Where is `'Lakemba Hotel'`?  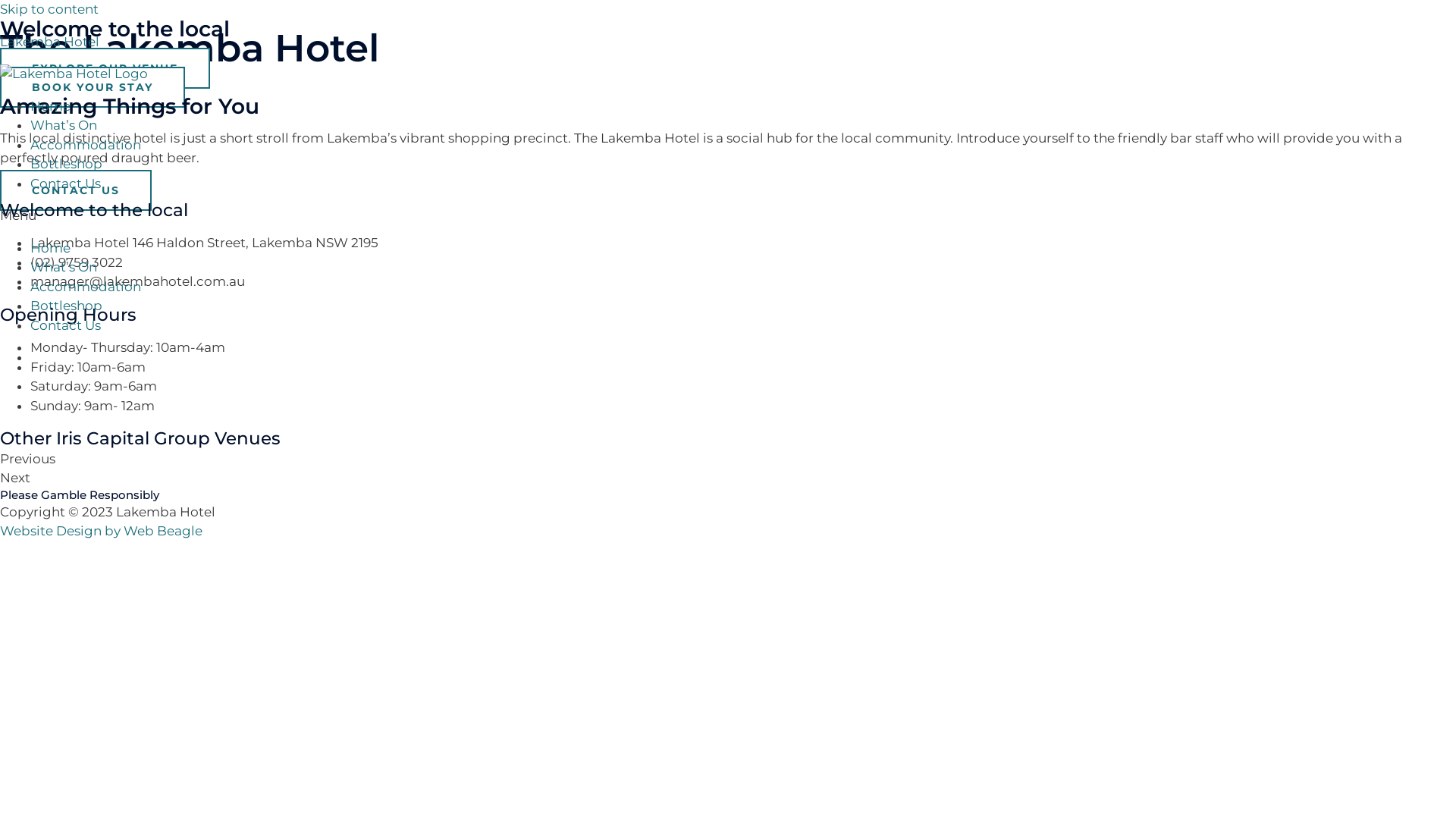 'Lakemba Hotel' is located at coordinates (0, 40).